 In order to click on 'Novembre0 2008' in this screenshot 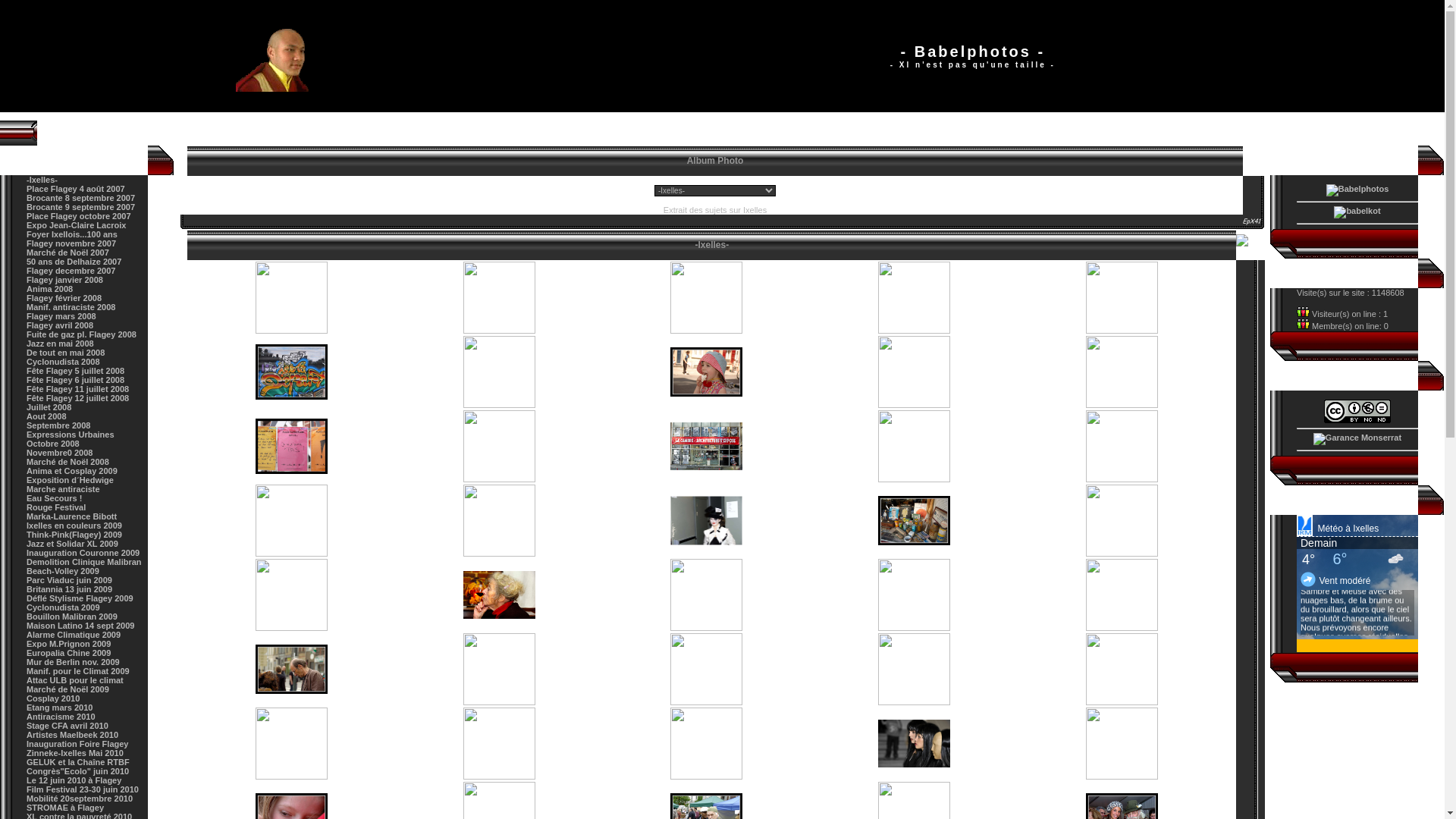, I will do `click(26, 452)`.